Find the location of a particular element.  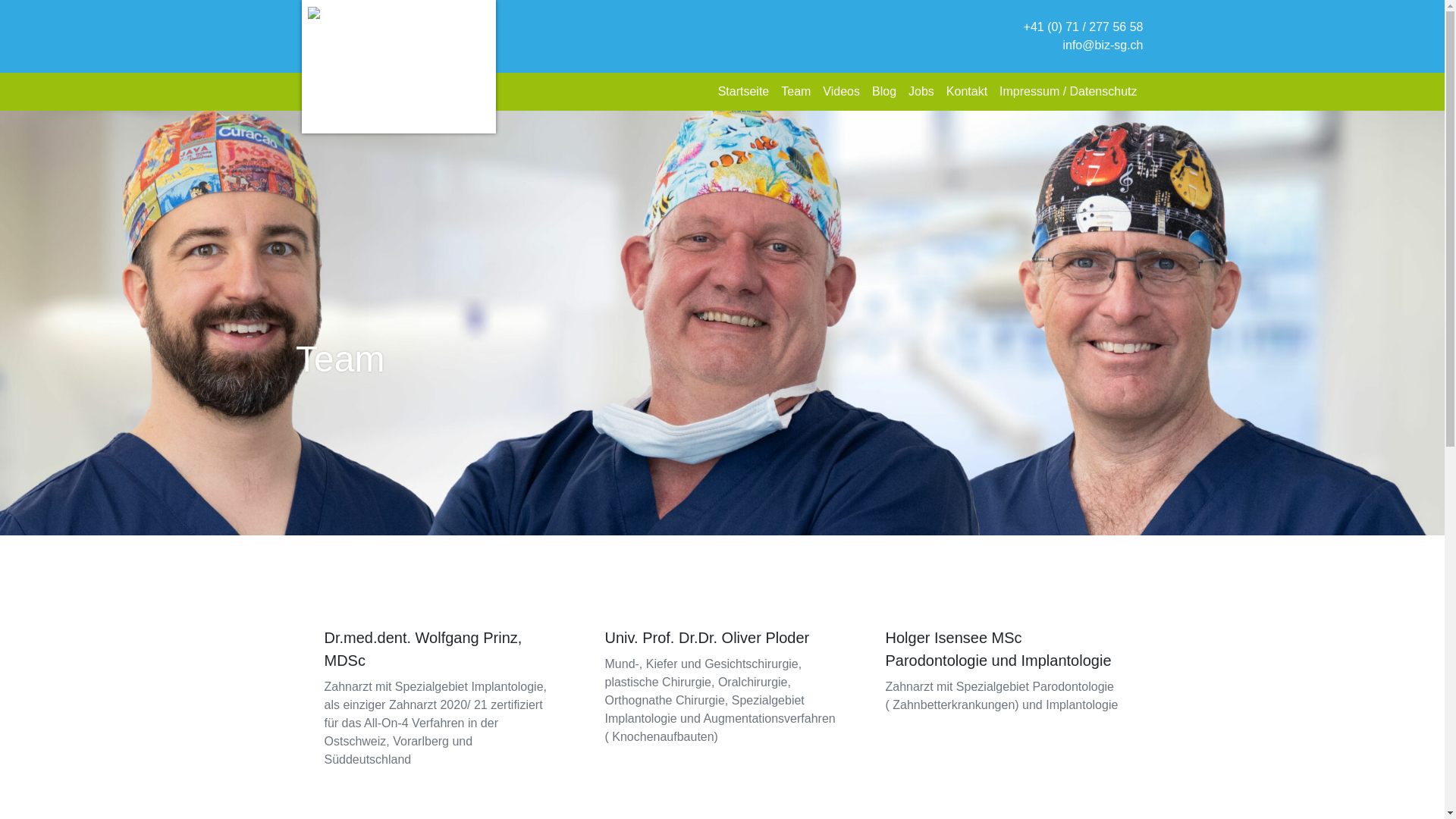

'+41 (0) 71 / 277 56 58' is located at coordinates (1023, 27).